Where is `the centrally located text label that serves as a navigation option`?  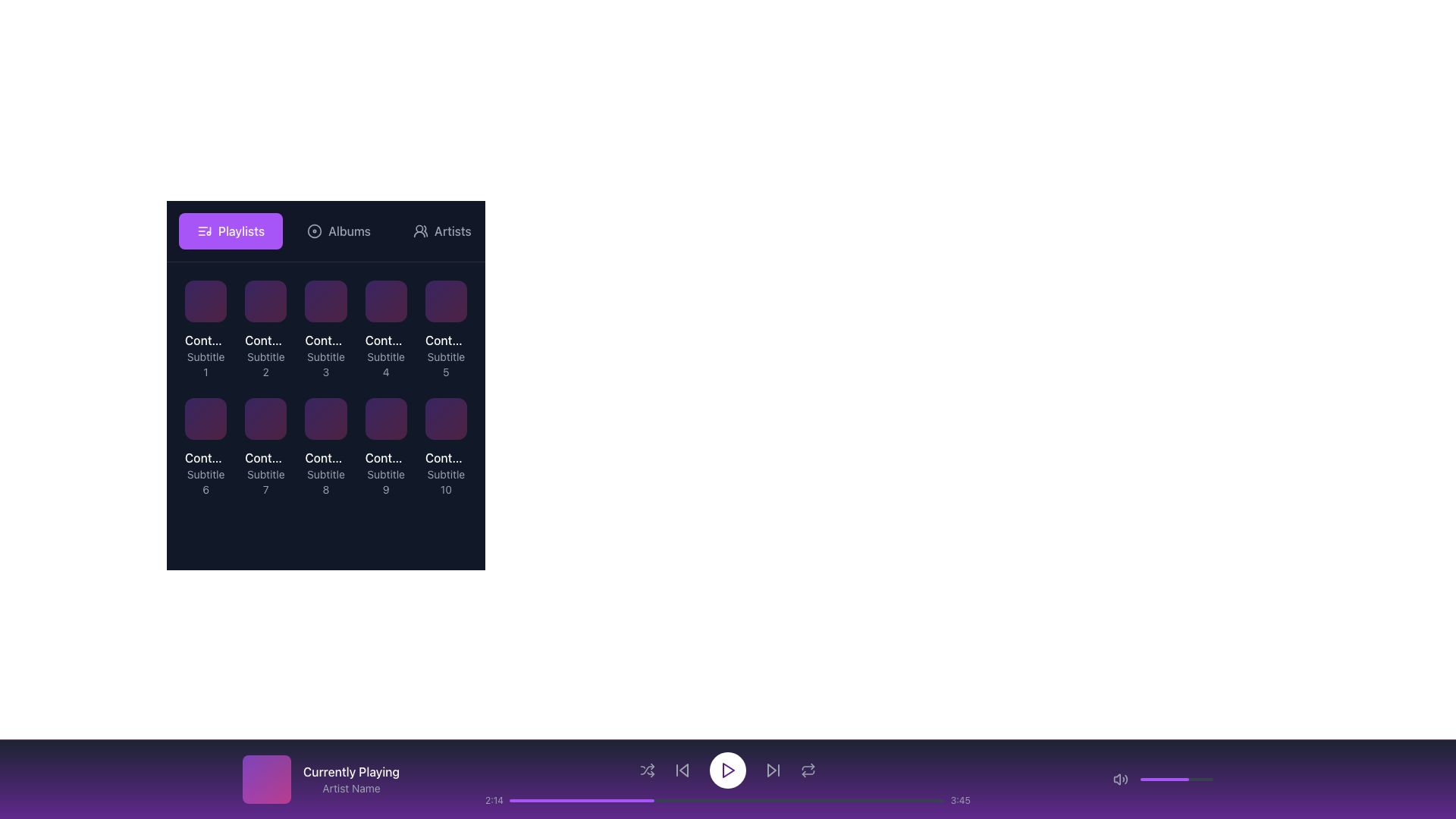
the centrally located text label that serves as a navigation option is located at coordinates (348, 231).